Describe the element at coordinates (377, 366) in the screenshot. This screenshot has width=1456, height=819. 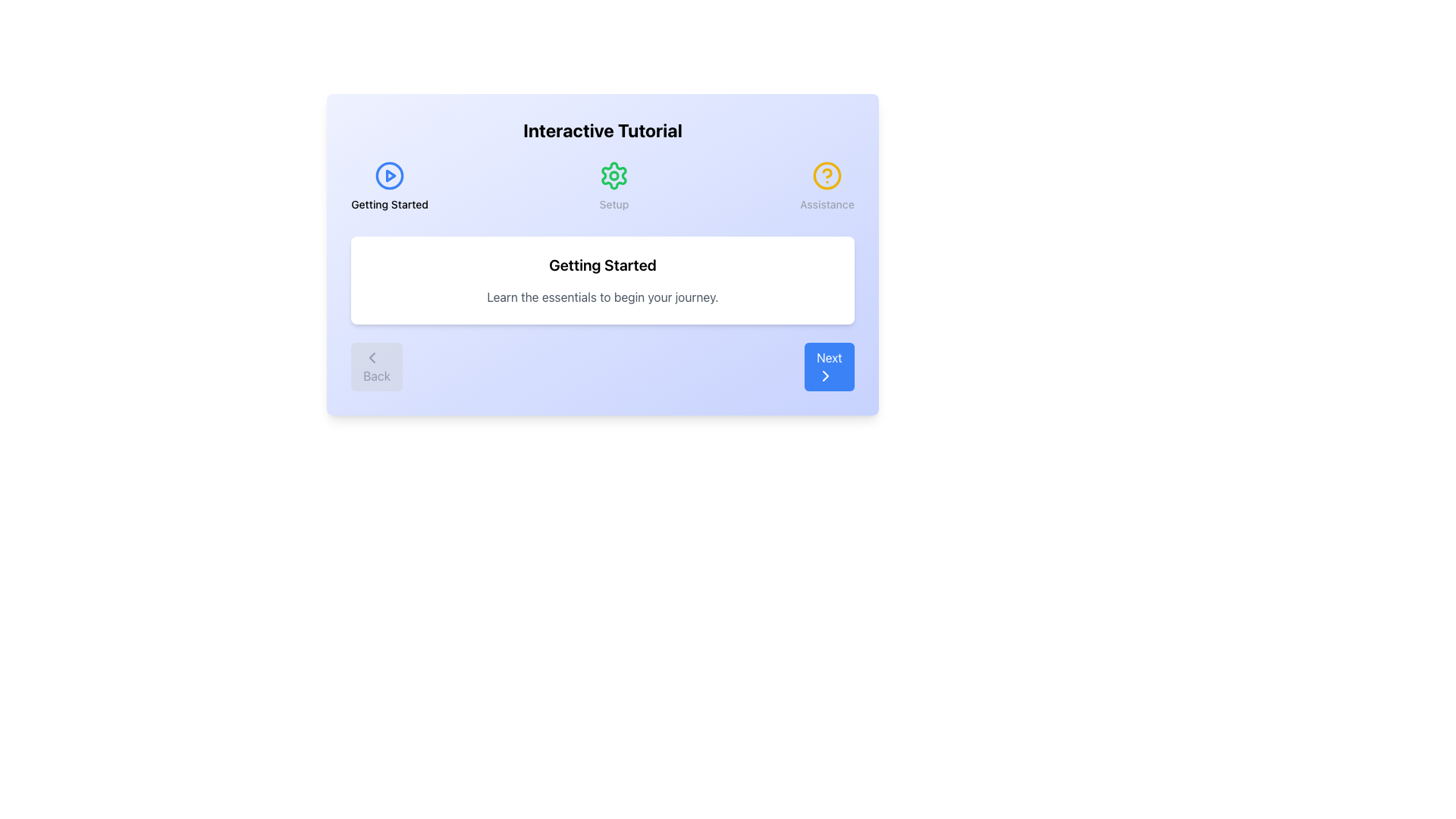
I see `the leftmost button at the bottom of the card interface` at that location.